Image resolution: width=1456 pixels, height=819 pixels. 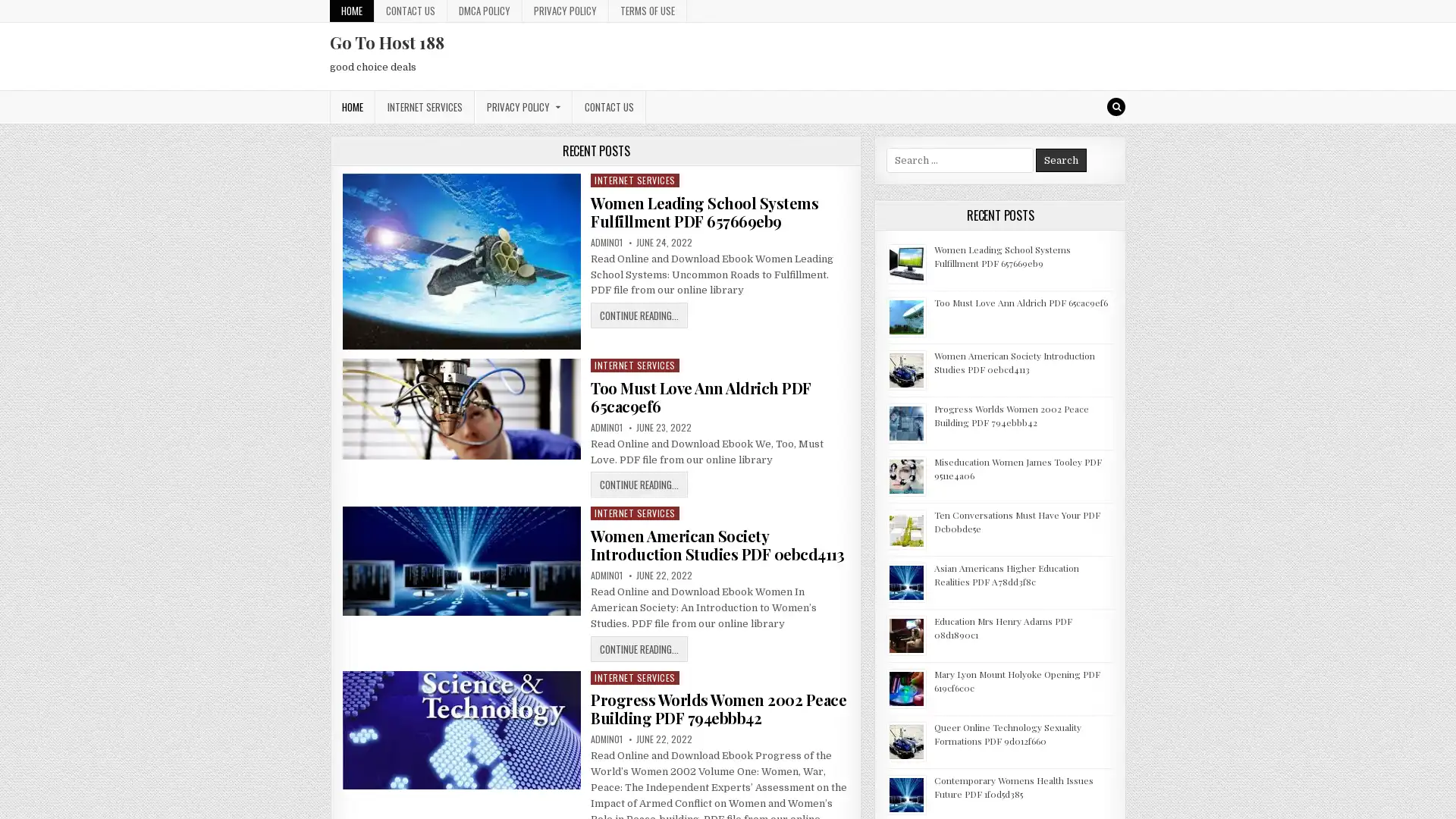 I want to click on Search, so click(x=1060, y=160).